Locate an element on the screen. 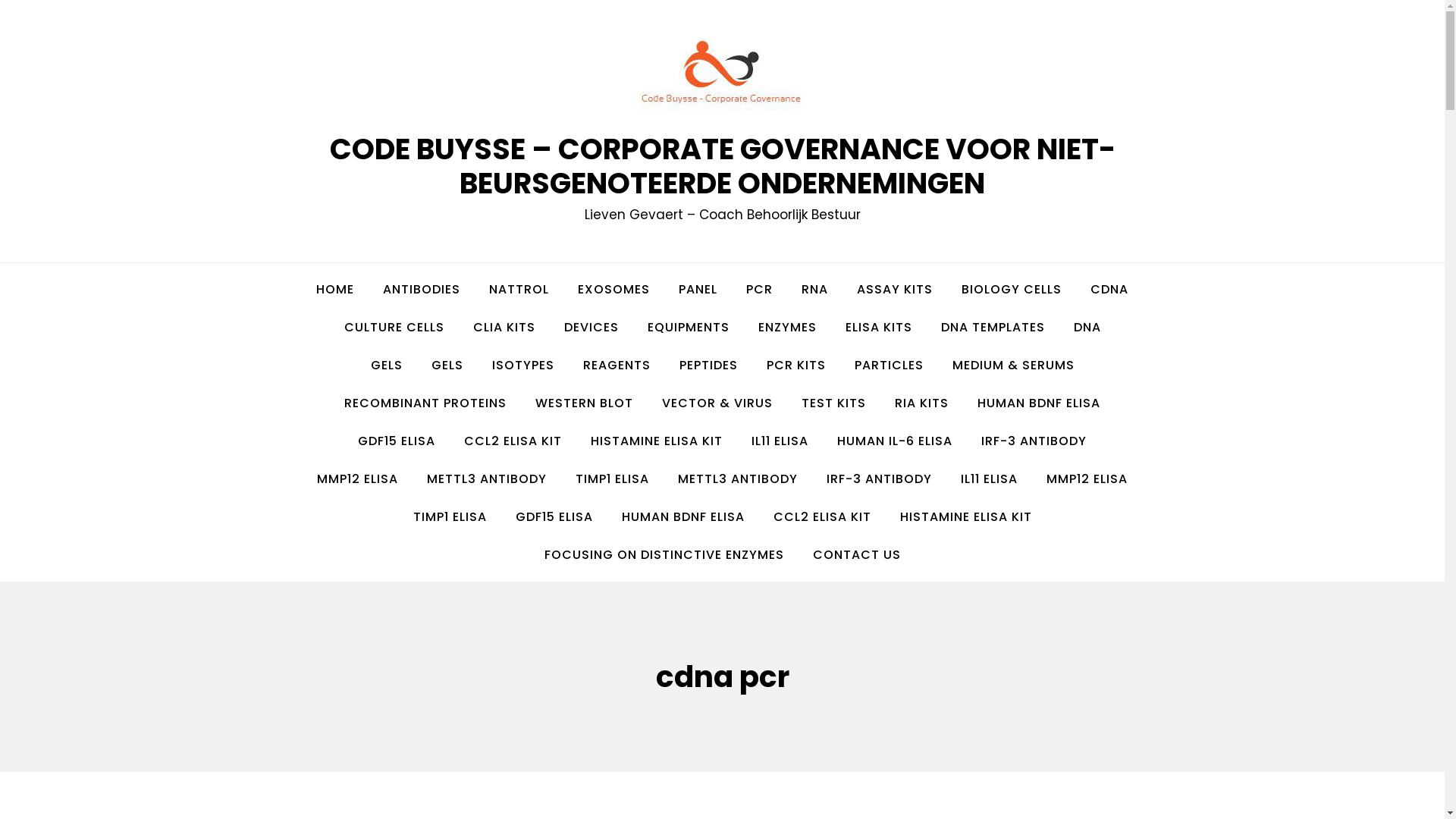 The width and height of the screenshot is (1456, 819). 'CCL2 ELISA KIT' is located at coordinates (821, 516).